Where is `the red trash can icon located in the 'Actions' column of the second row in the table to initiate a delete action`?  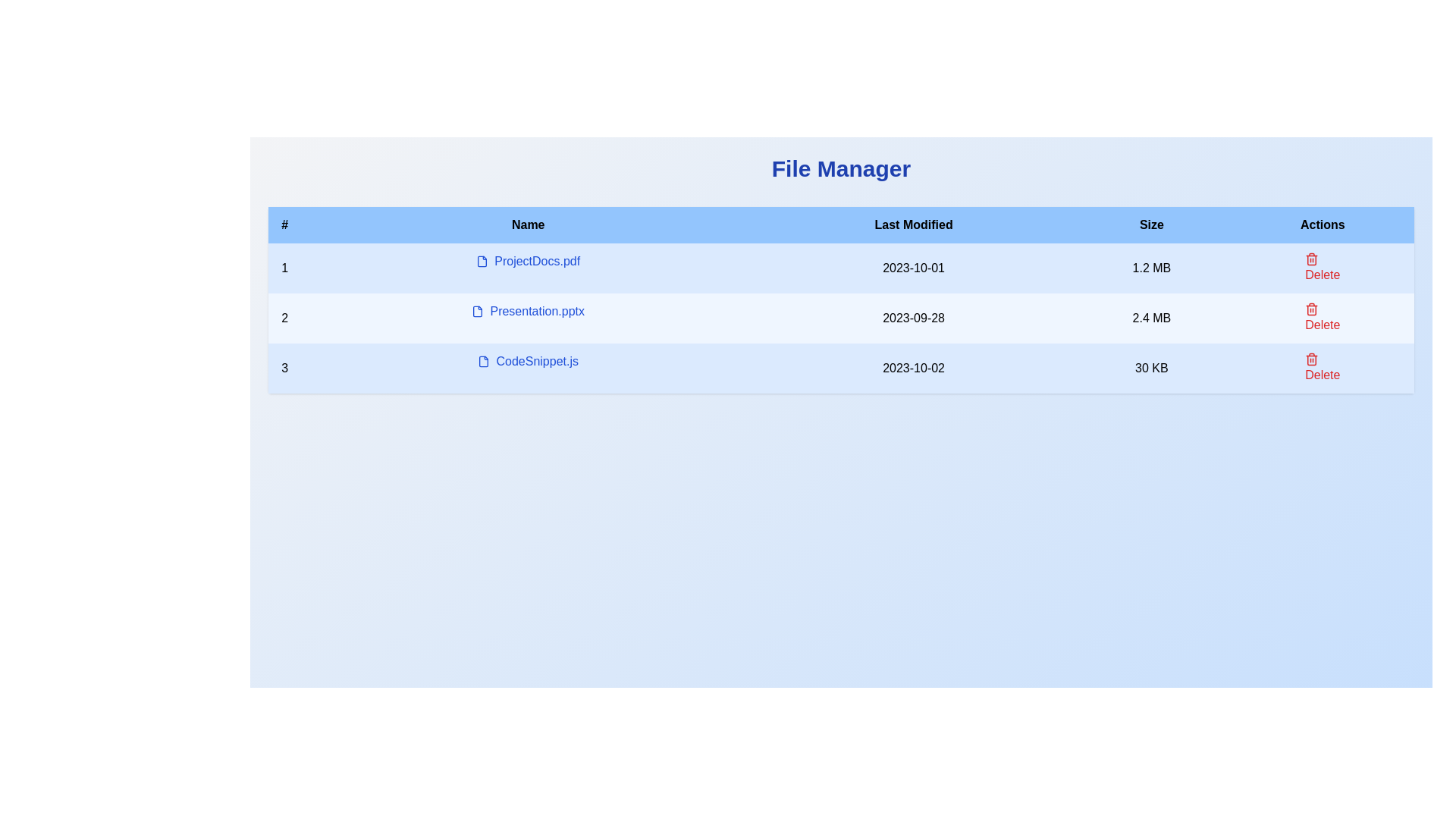 the red trash can icon located in the 'Actions' column of the second row in the table to initiate a delete action is located at coordinates (1311, 309).